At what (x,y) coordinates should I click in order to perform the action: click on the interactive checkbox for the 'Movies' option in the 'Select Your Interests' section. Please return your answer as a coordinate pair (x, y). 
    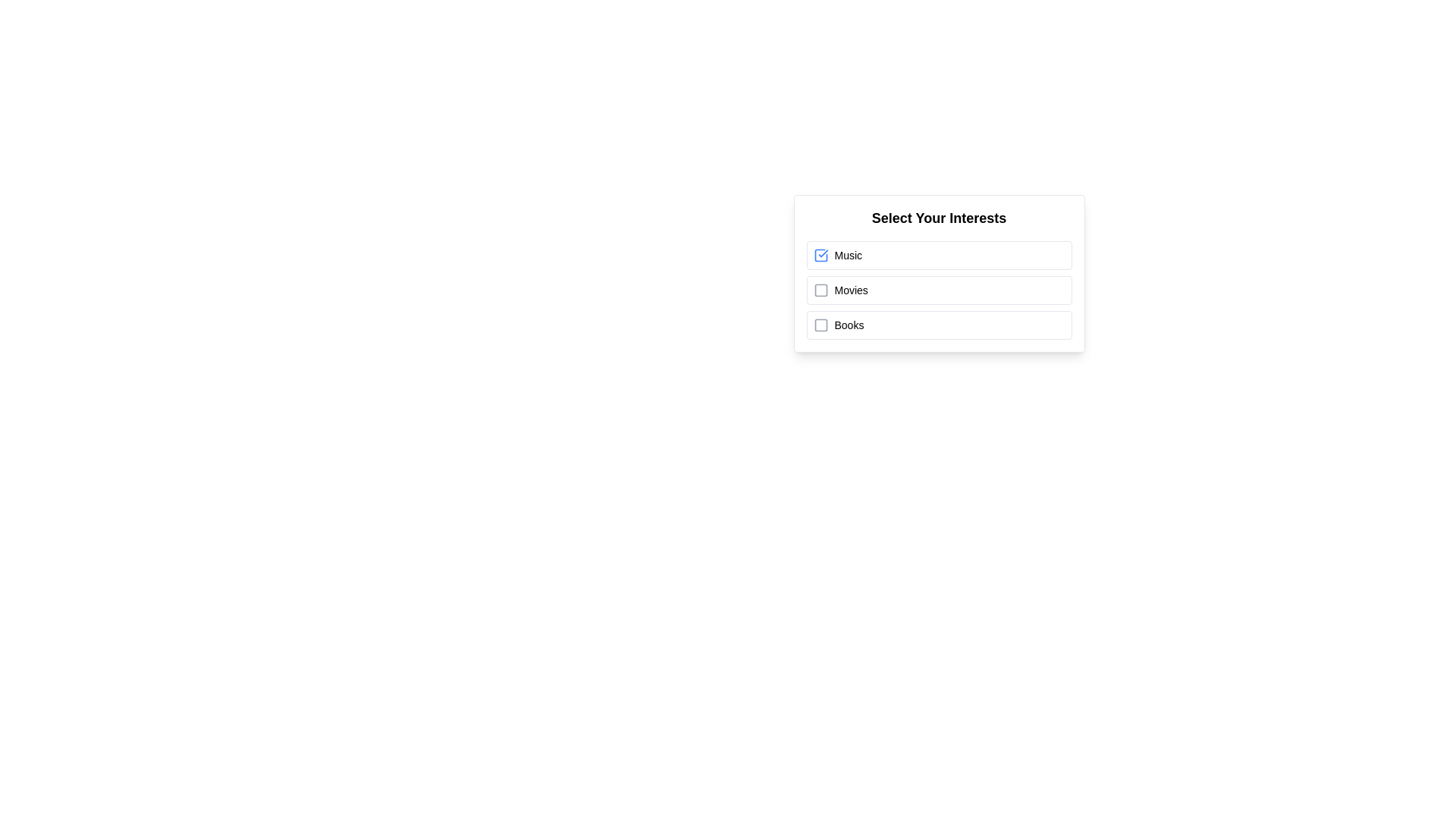
    Looking at the image, I should click on (820, 290).